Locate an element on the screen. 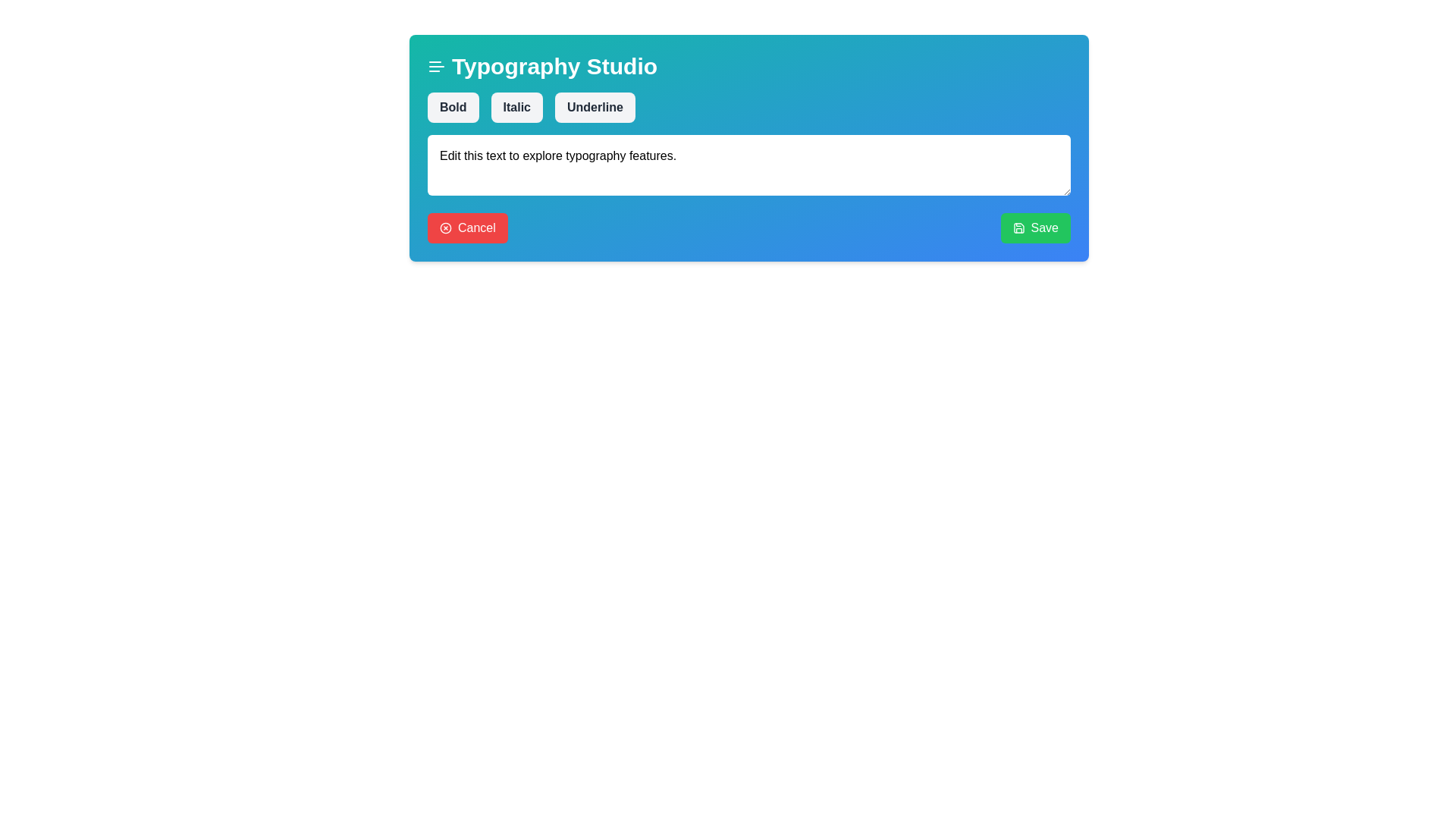 The image size is (1456, 819). the 'Cancel' action icon located to the left of the 'Cancel' text within the red rectangular button at the bottom-left section of the interface is located at coordinates (445, 227).